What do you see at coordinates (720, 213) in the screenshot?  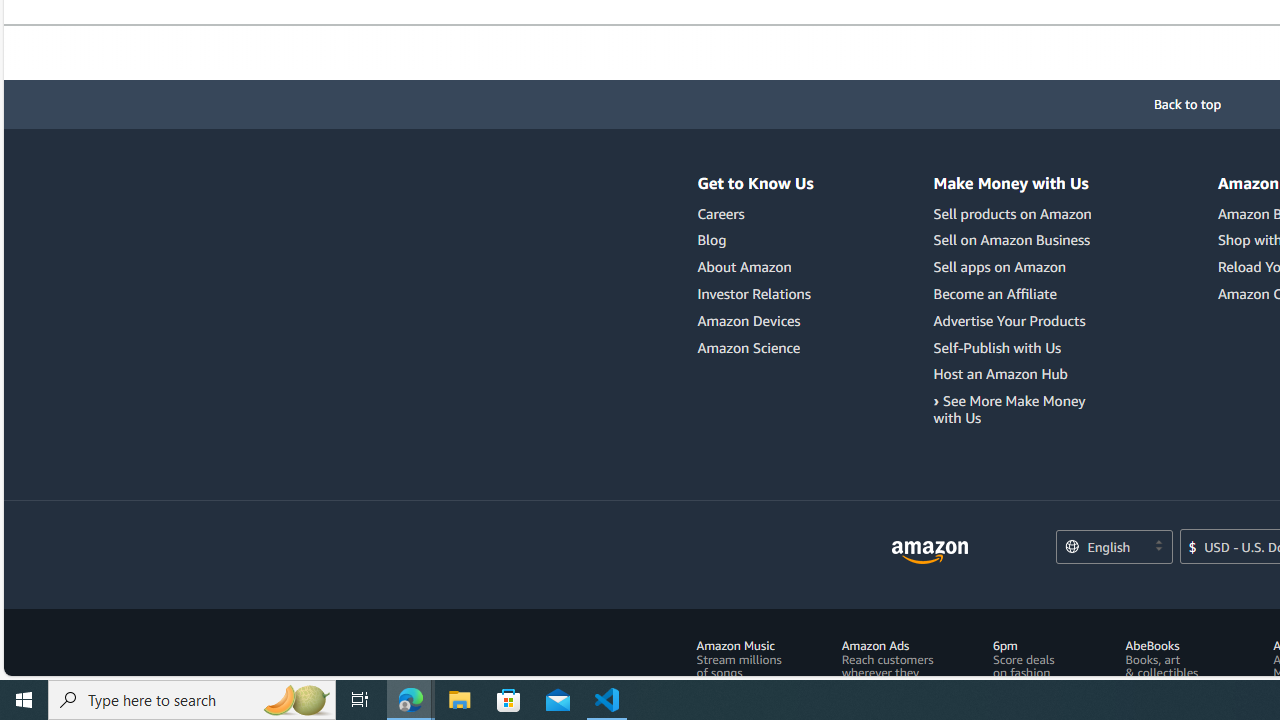 I see `'Careers'` at bounding box center [720, 213].